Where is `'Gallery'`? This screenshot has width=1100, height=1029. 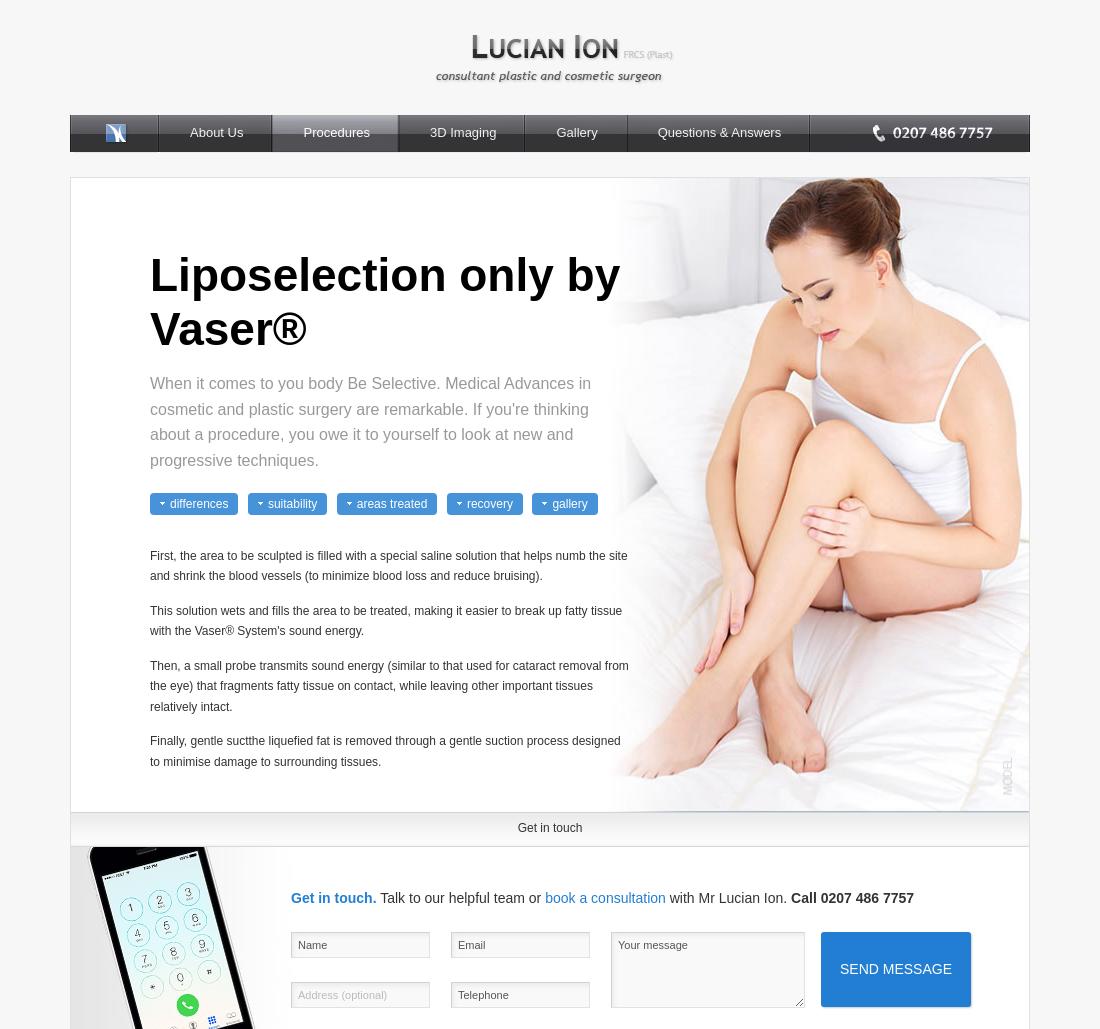 'Gallery' is located at coordinates (555, 131).